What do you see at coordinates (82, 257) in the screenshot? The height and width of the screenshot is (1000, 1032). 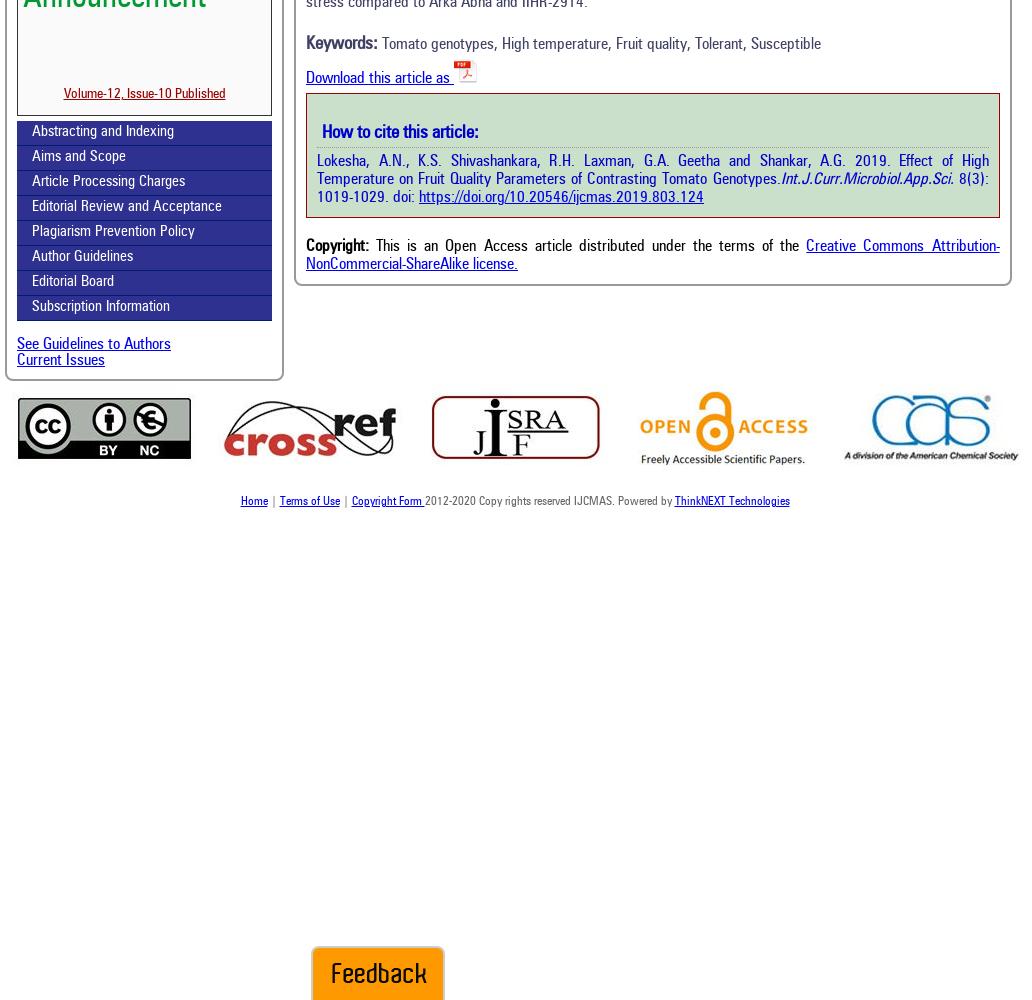 I see `'Author Guidelines'` at bounding box center [82, 257].